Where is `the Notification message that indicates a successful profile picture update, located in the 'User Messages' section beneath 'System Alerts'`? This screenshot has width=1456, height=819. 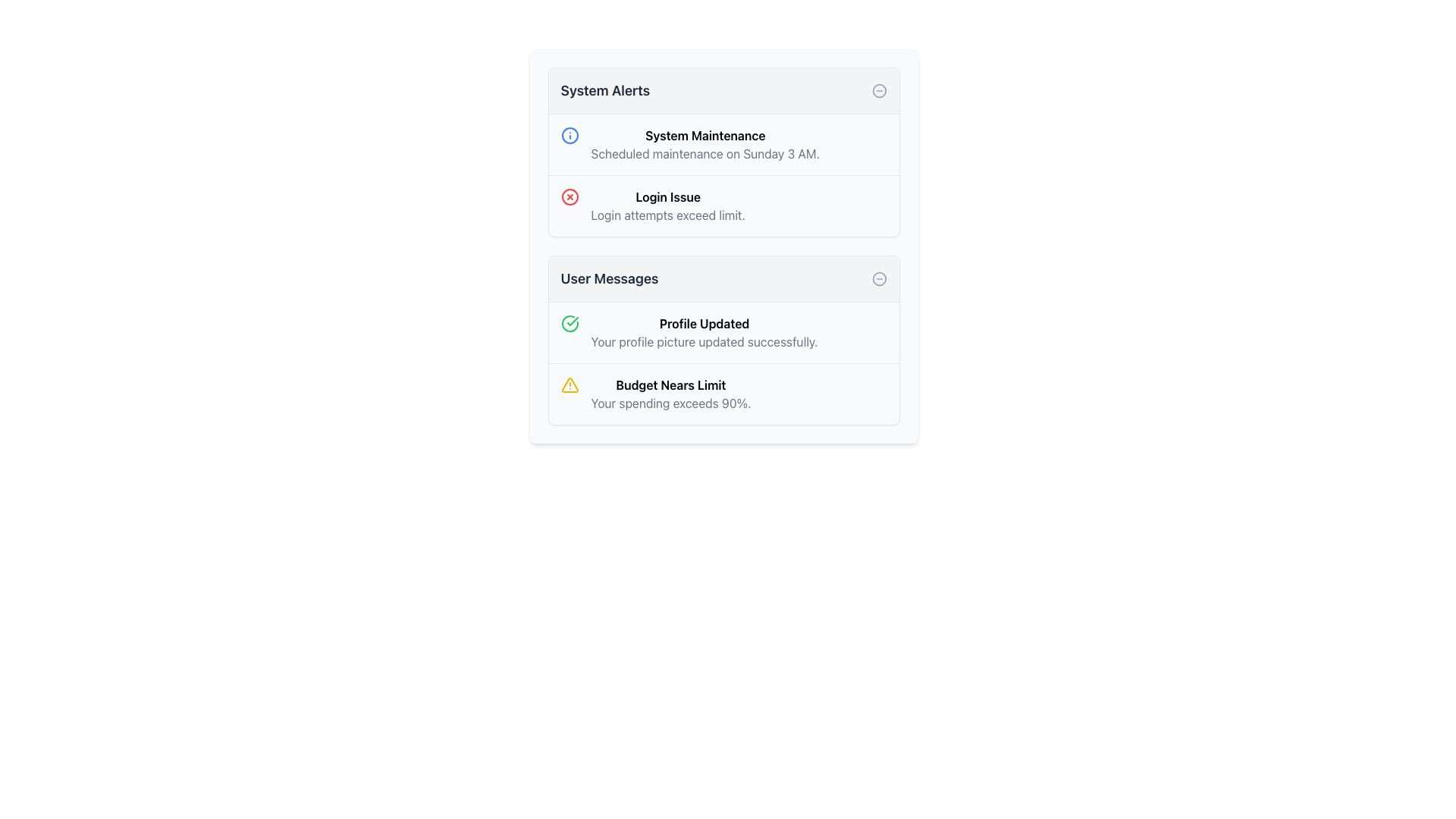
the Notification message that indicates a successful profile picture update, located in the 'User Messages' section beneath 'System Alerts' is located at coordinates (704, 332).